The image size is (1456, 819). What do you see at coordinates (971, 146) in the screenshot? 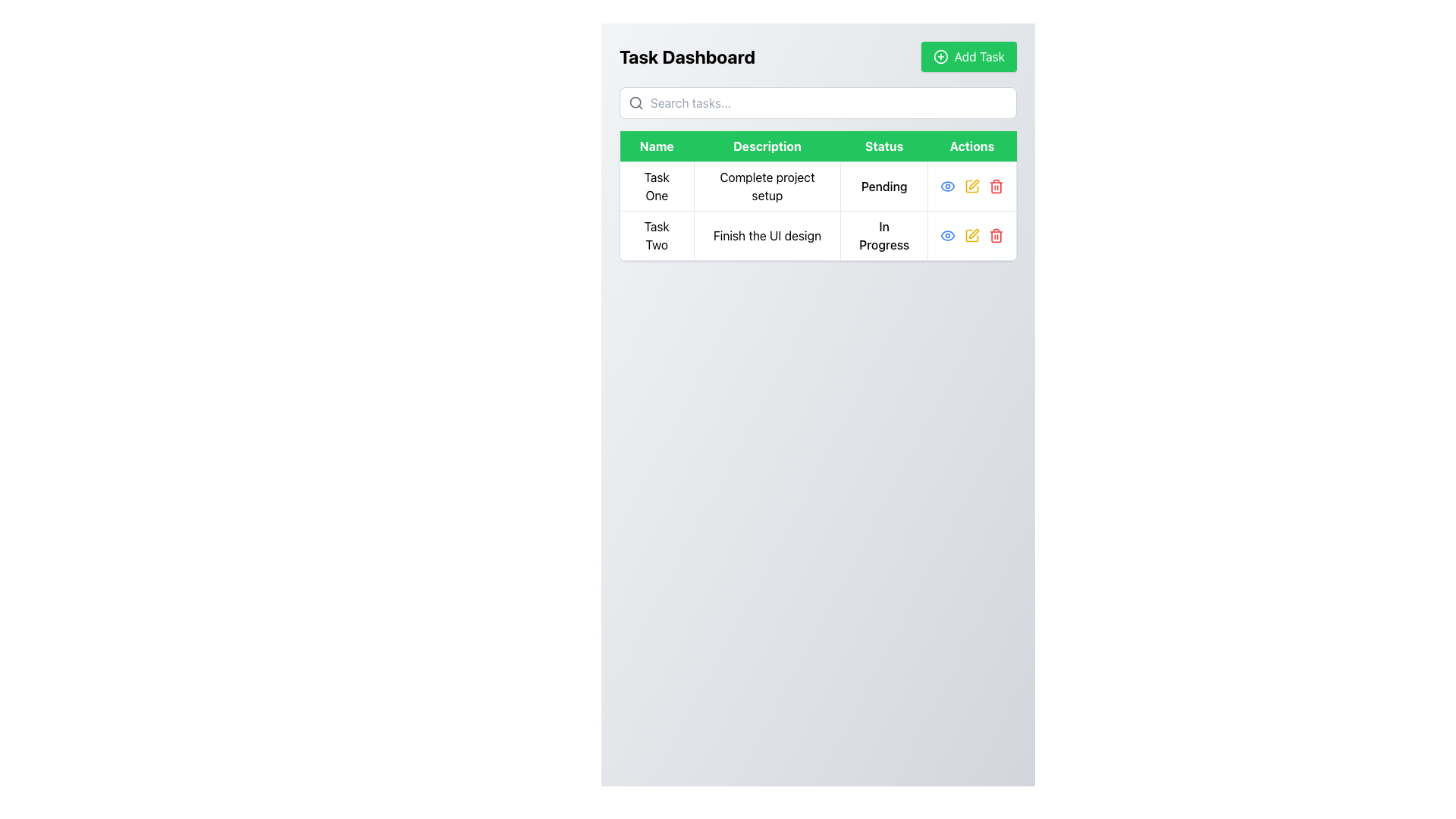
I see `the green rectangular button labeled 'Actions', which is the last column header in the table structure, positioned to the right of the 'Status' header` at bounding box center [971, 146].